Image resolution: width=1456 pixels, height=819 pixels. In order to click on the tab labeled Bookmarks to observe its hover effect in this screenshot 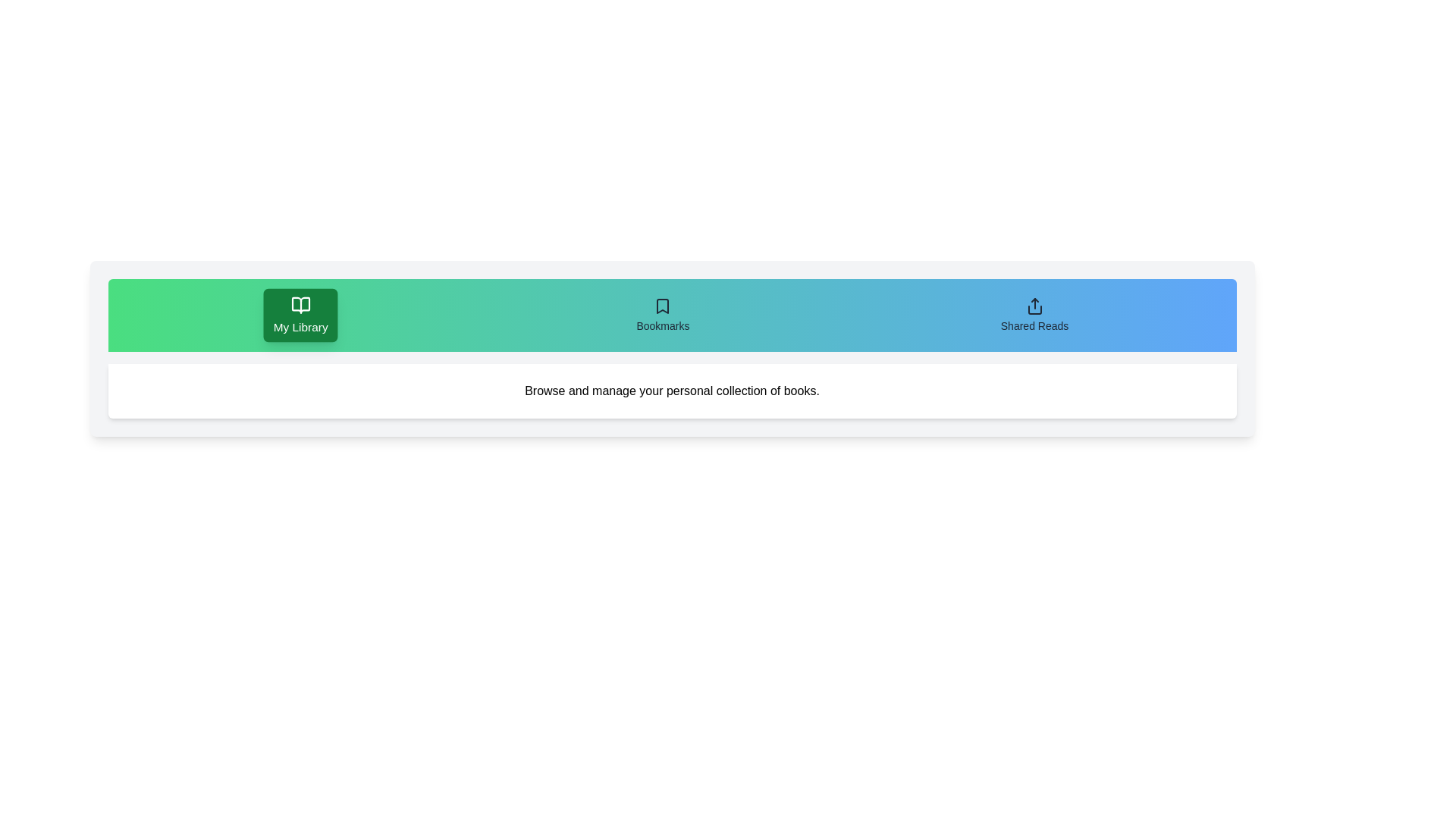, I will do `click(662, 315)`.